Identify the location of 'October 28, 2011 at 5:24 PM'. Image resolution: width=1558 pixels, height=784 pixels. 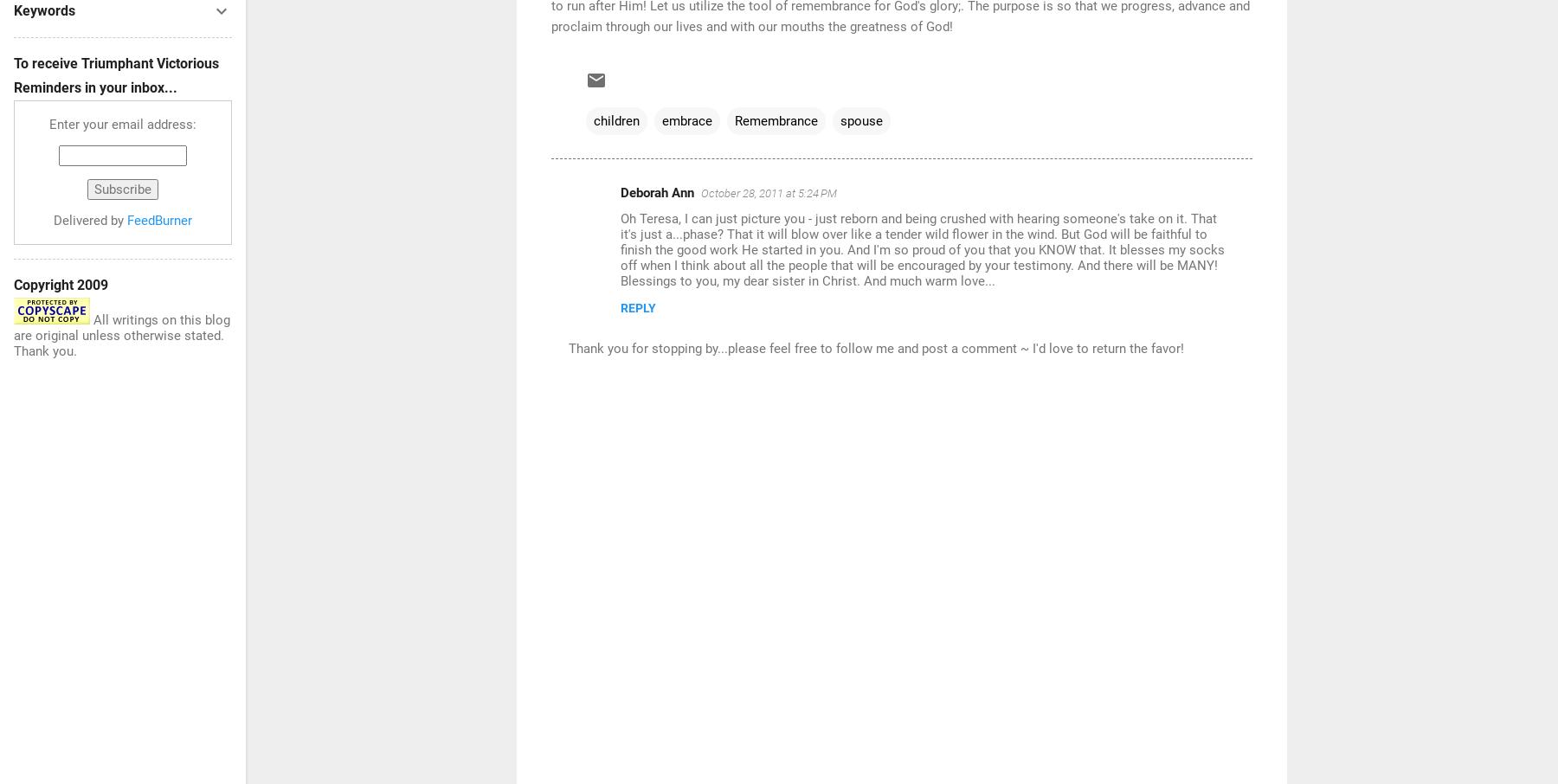
(769, 192).